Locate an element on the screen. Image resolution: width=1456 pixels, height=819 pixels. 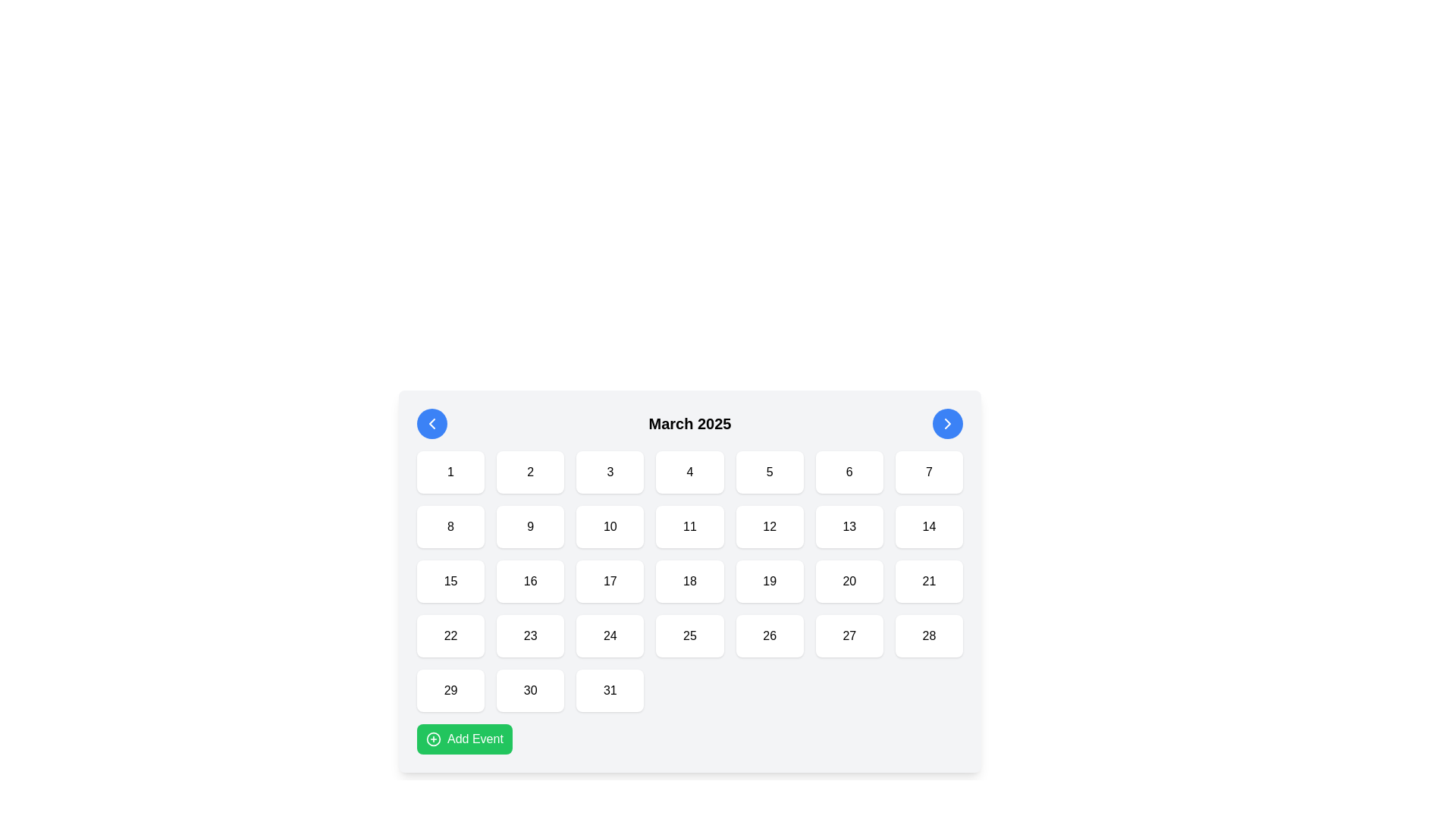
the button with the text '13', which is a rectangular button with a white background and shadowed edges, located in the second row and sixth column of the grid layout is located at coordinates (849, 526).